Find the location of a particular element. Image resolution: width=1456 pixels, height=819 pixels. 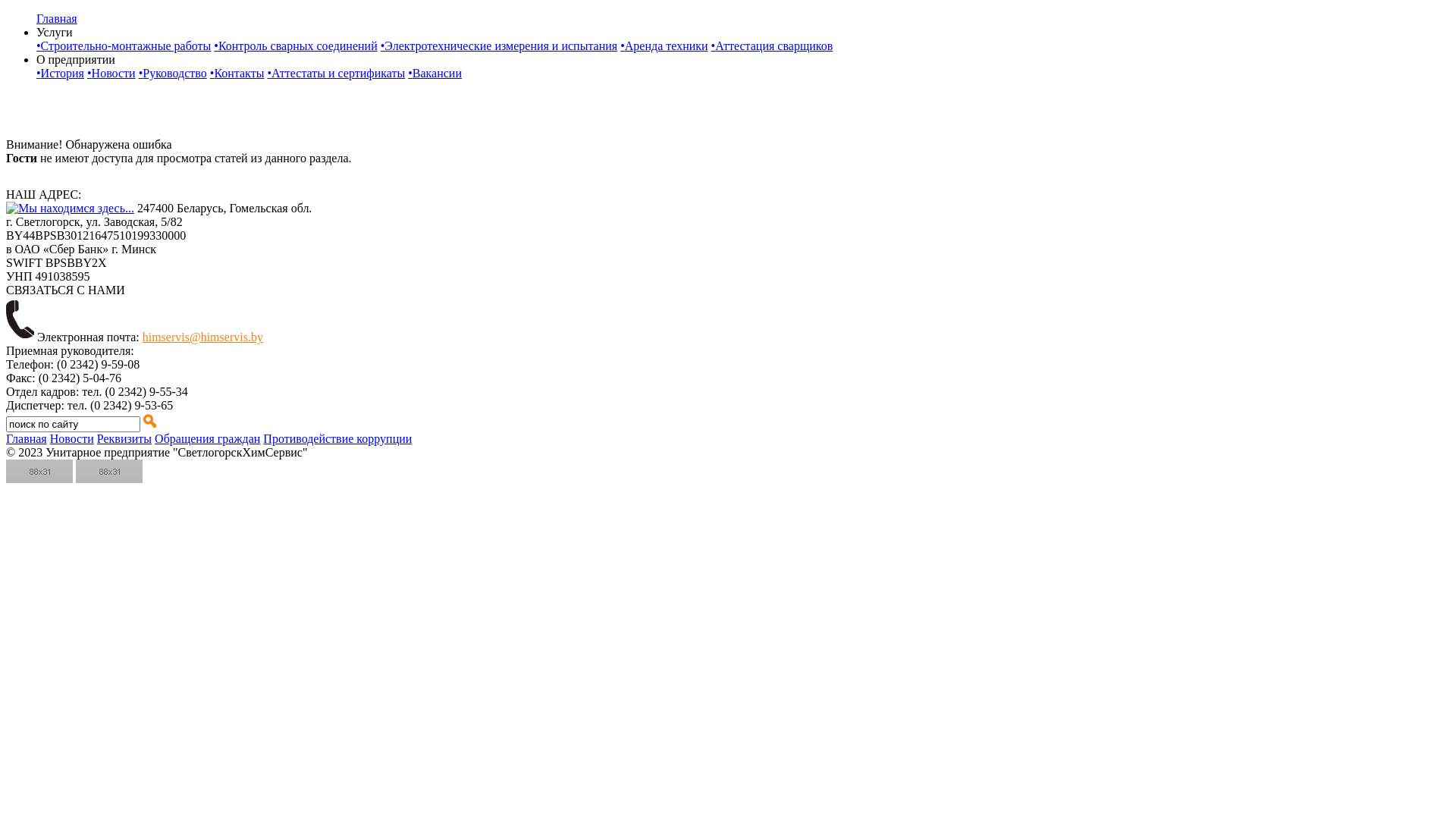

'himservis@himservis.by' is located at coordinates (202, 336).